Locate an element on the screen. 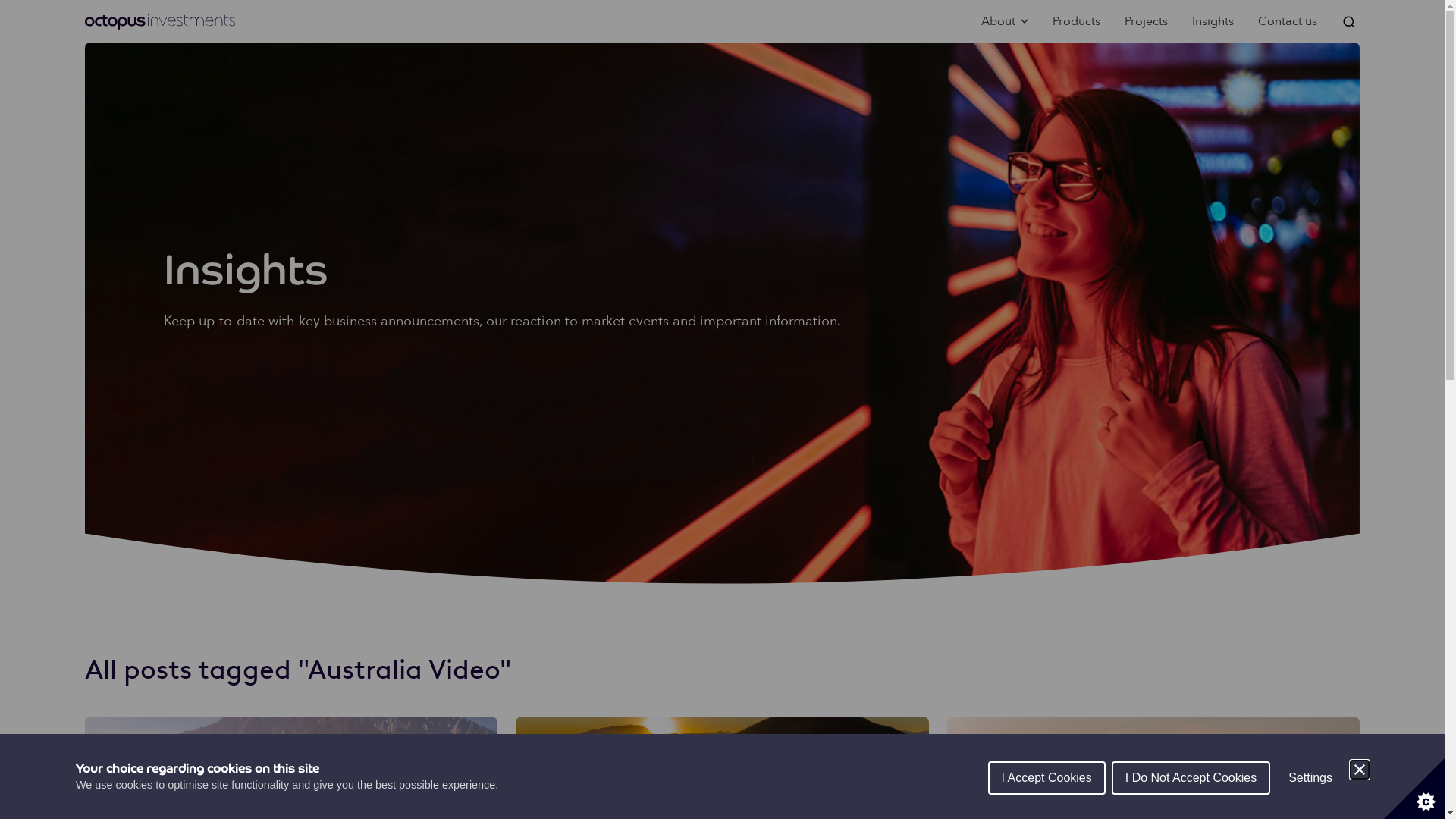 This screenshot has width=1456, height=819. 'About' is located at coordinates (981, 20).